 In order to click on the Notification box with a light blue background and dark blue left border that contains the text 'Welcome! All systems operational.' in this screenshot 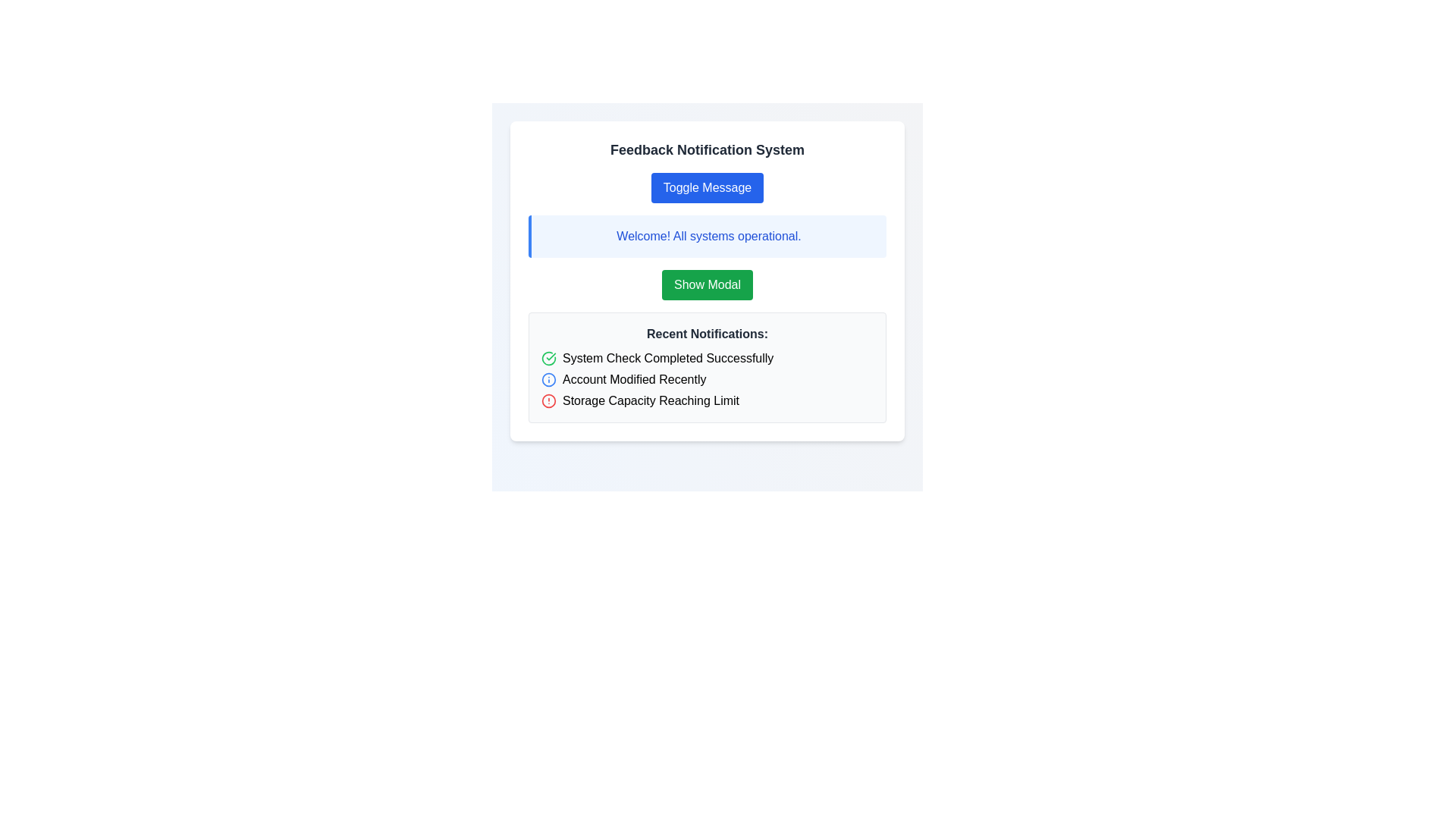, I will do `click(706, 237)`.